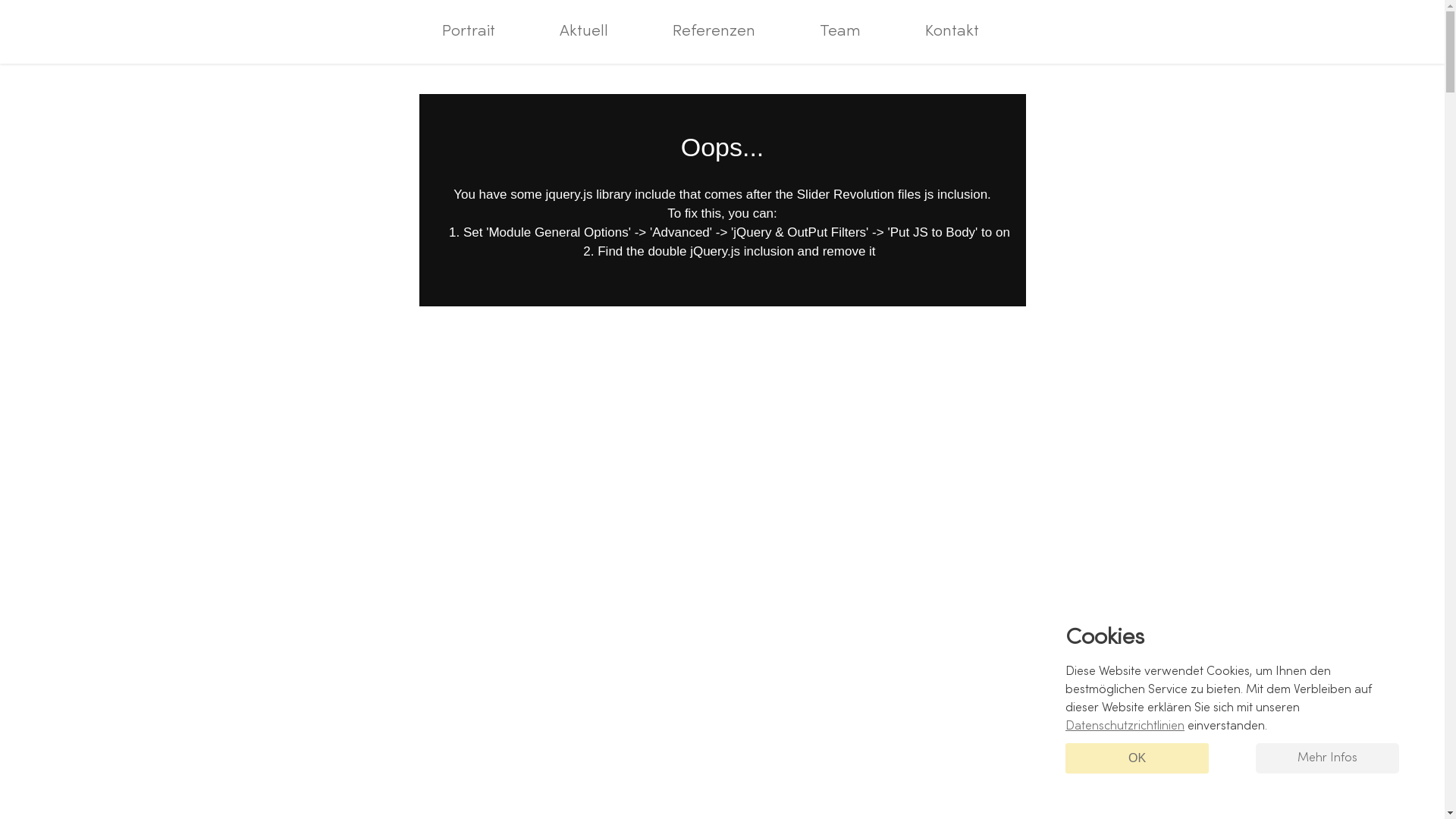 Image resolution: width=1456 pixels, height=819 pixels. What do you see at coordinates (1326, 758) in the screenshot?
I see `'Mehr Infos'` at bounding box center [1326, 758].